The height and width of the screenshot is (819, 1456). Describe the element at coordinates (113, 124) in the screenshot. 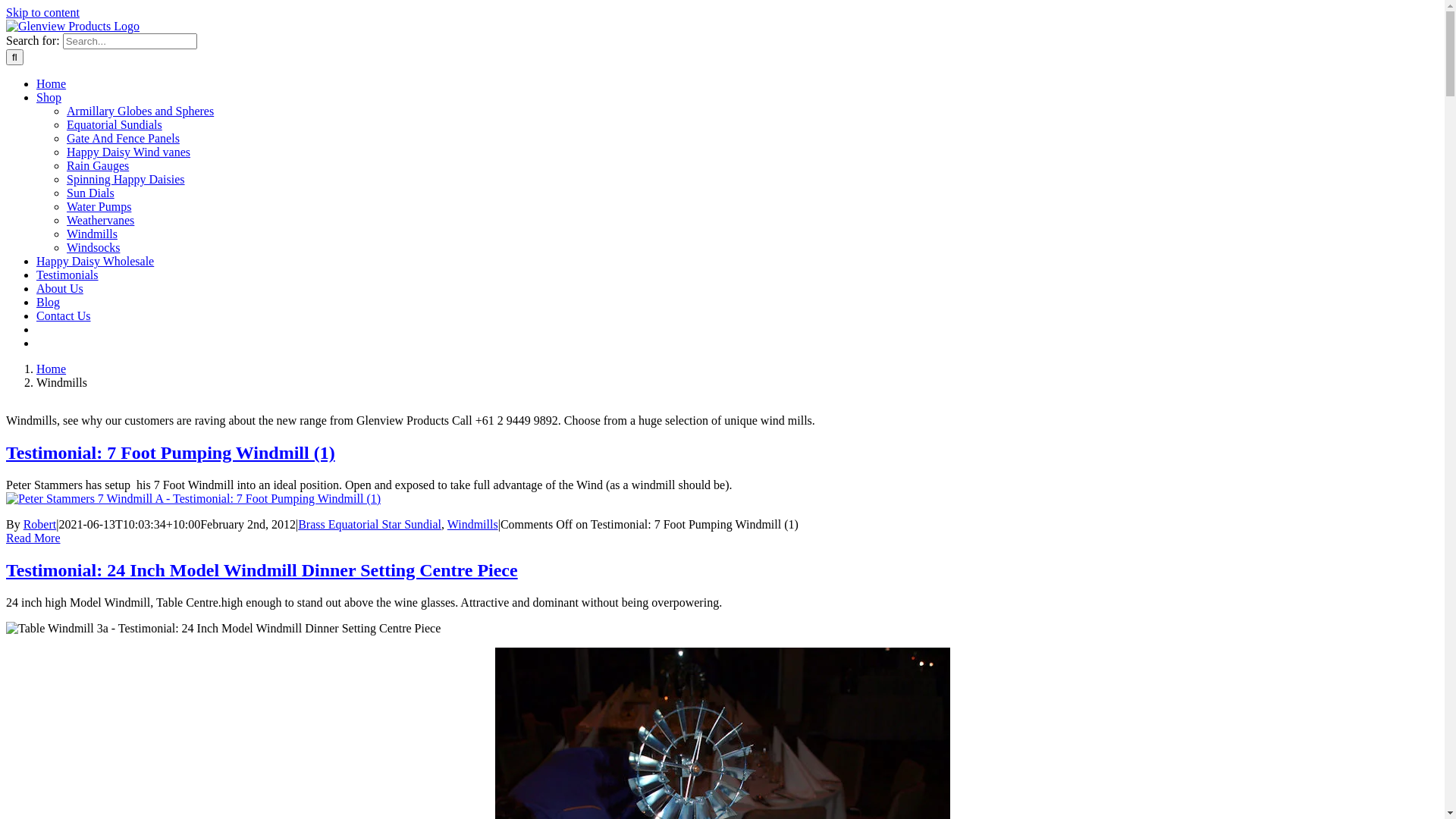

I see `'Equatorial Sundials'` at that location.